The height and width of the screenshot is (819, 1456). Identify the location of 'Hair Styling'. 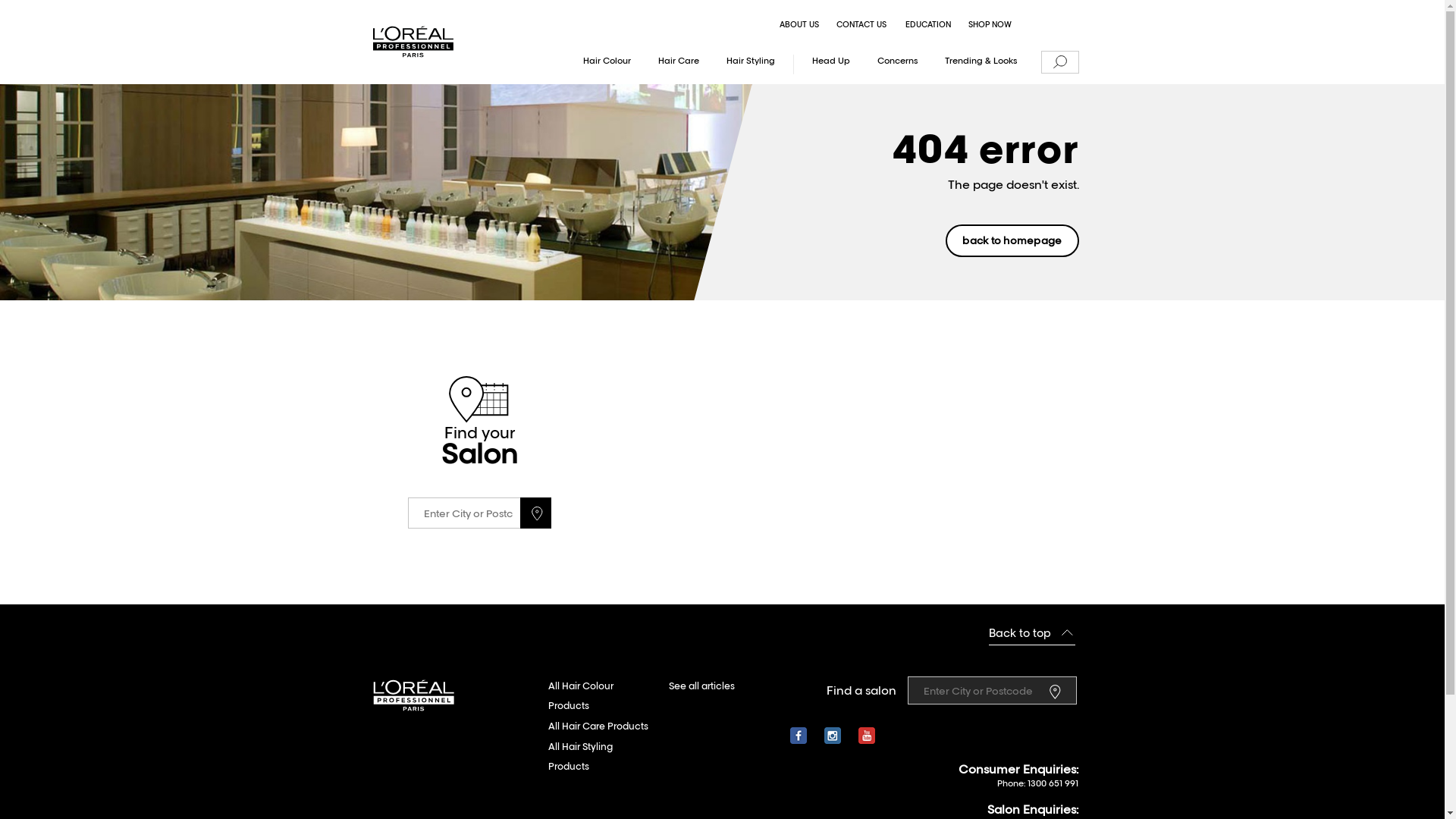
(750, 63).